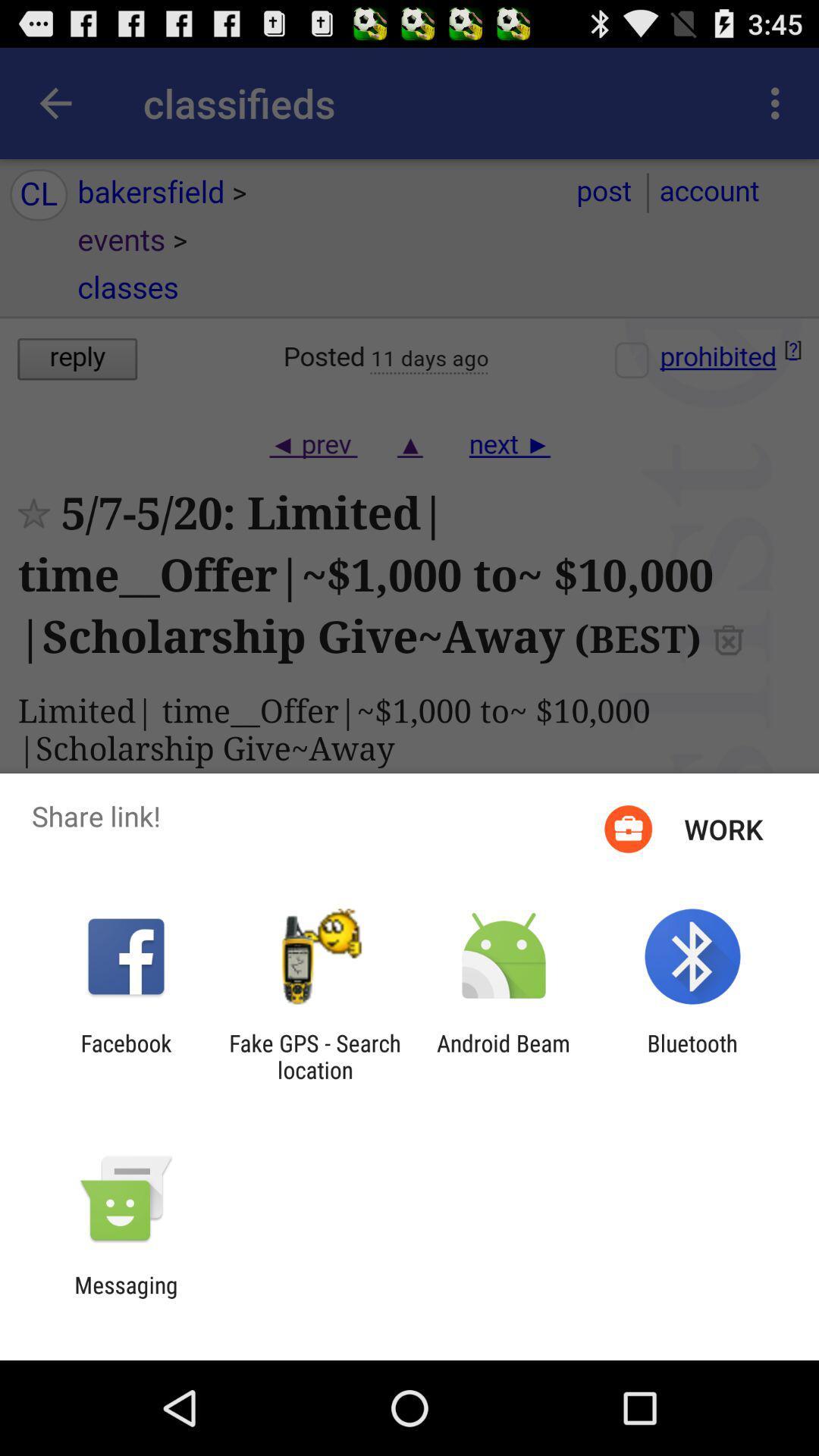 Image resolution: width=819 pixels, height=1456 pixels. What do you see at coordinates (504, 1056) in the screenshot?
I see `app next to the fake gps search` at bounding box center [504, 1056].